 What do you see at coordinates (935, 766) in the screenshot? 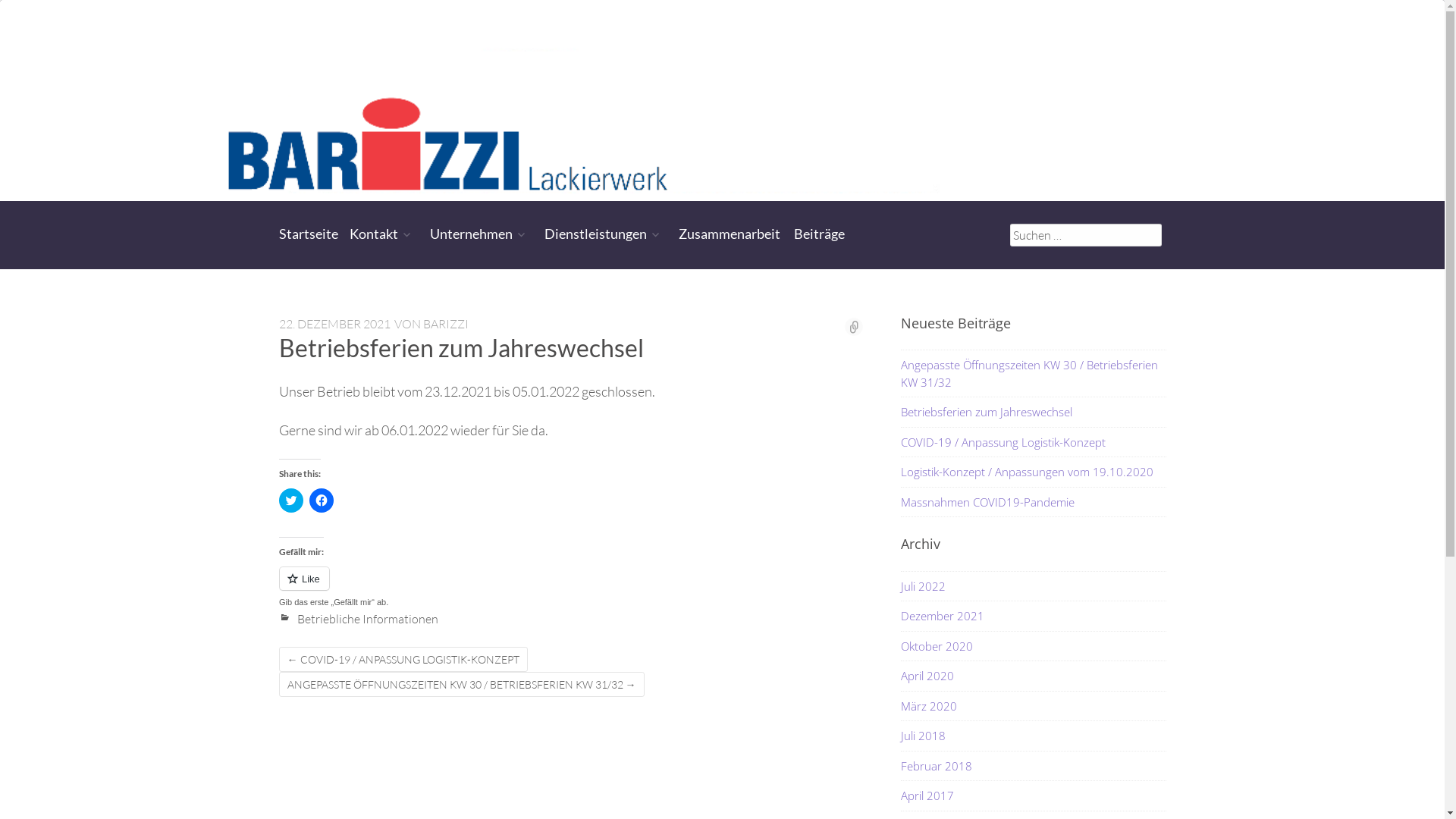
I see `'Februar 2018'` at bounding box center [935, 766].